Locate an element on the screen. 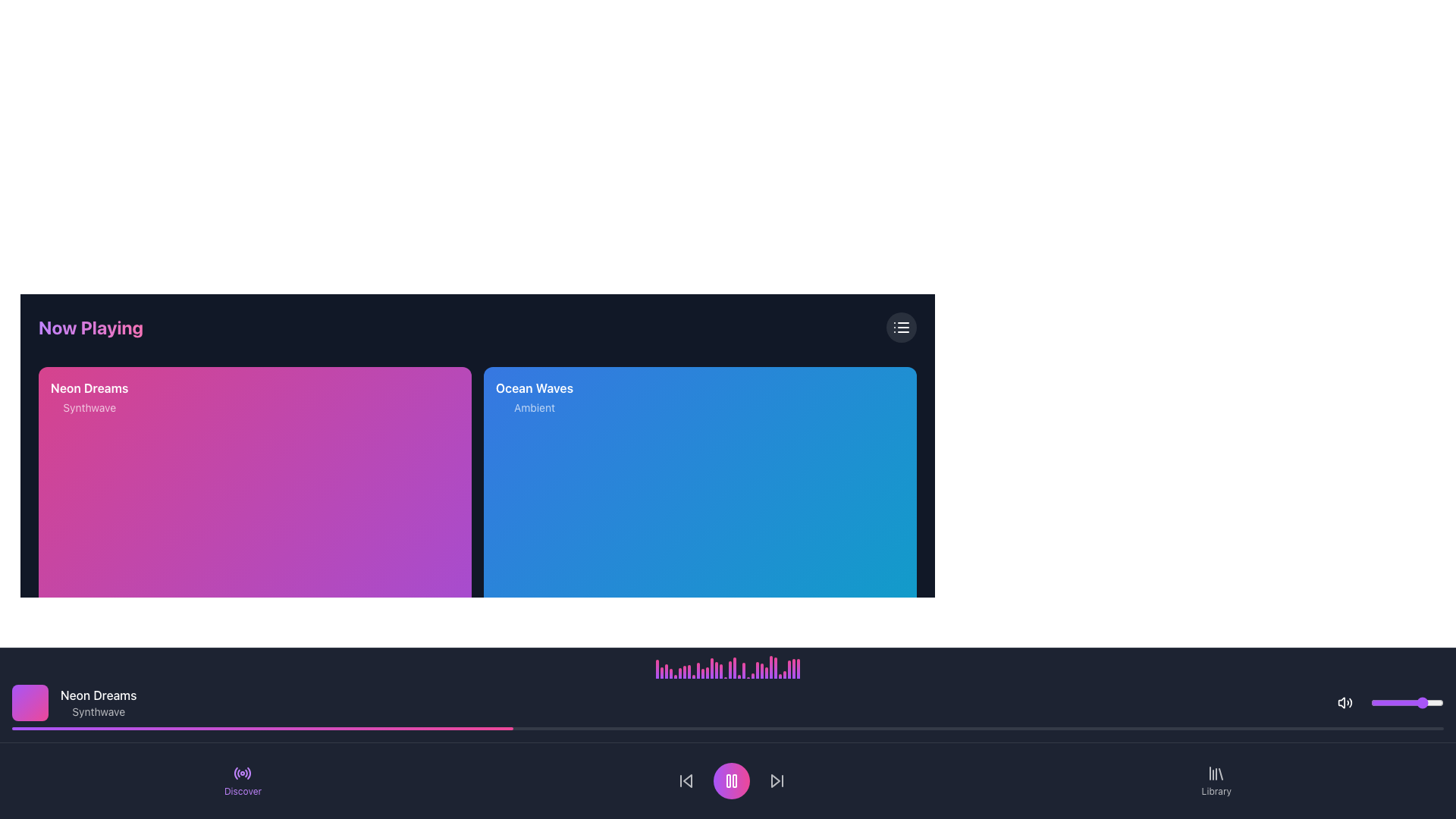 This screenshot has width=1456, height=819. the 'Library' text label is located at coordinates (1216, 791).